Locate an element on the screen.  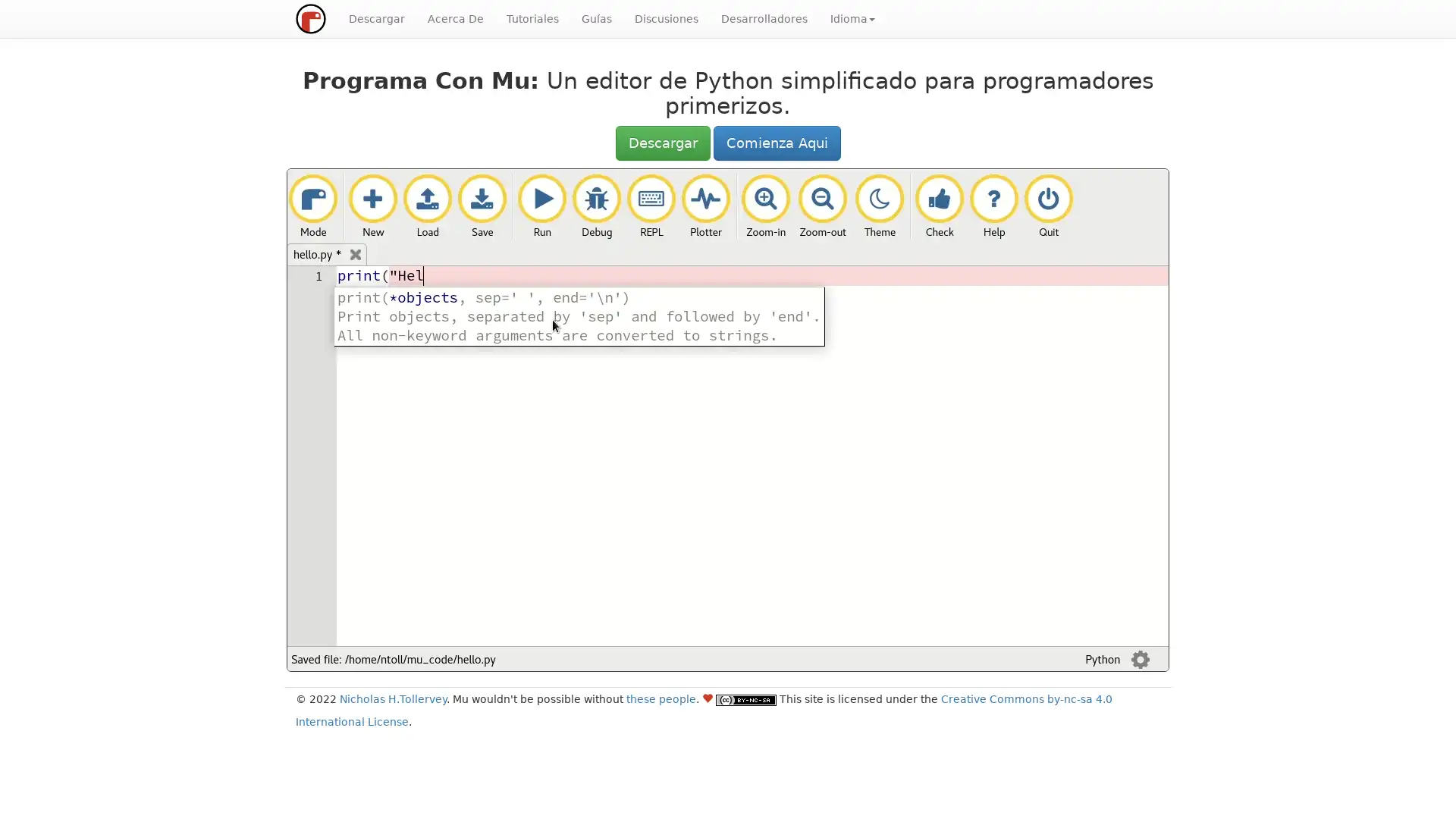
Comienza Aqui is located at coordinates (776, 143).